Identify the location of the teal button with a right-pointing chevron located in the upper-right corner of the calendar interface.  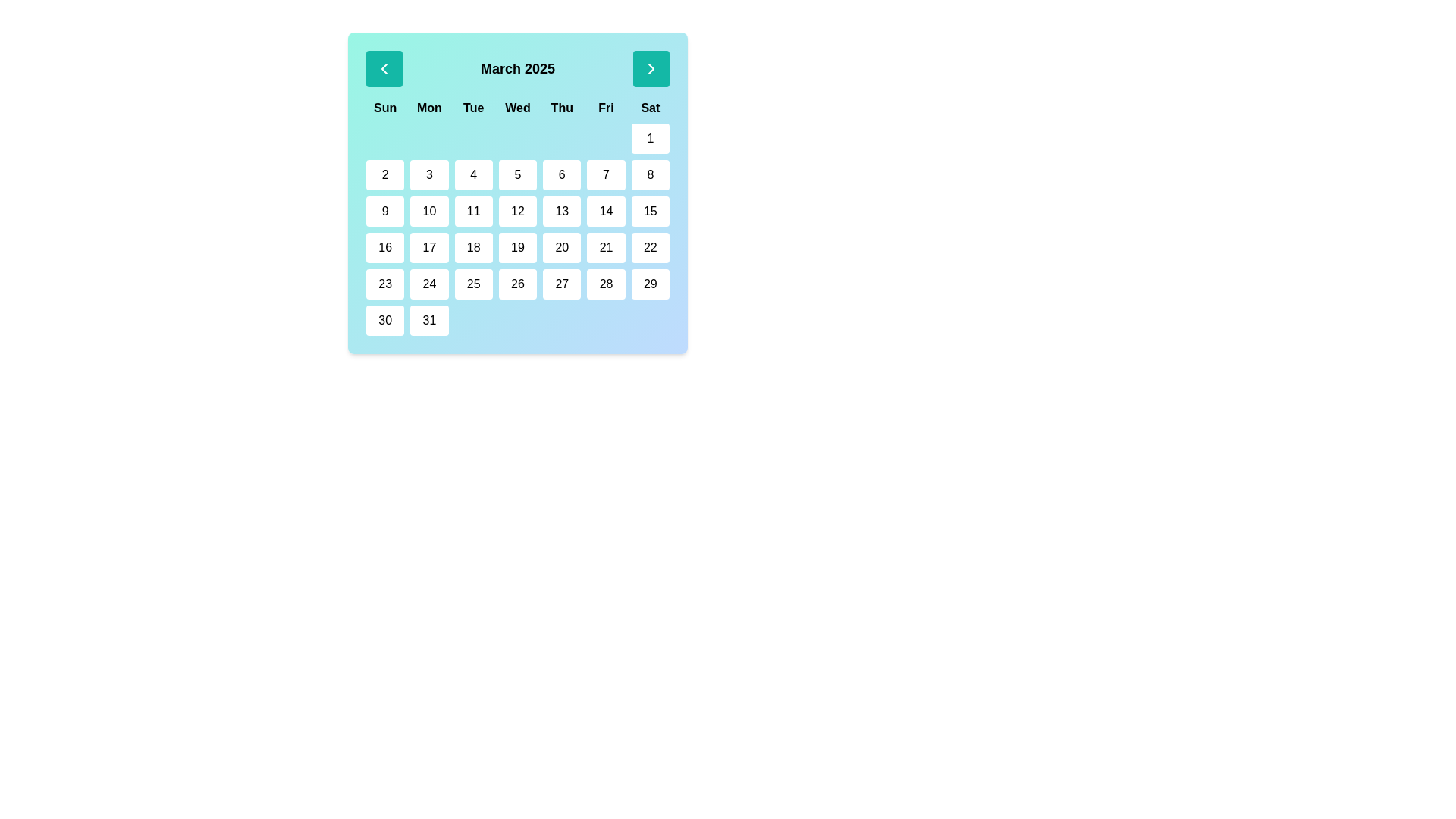
(651, 69).